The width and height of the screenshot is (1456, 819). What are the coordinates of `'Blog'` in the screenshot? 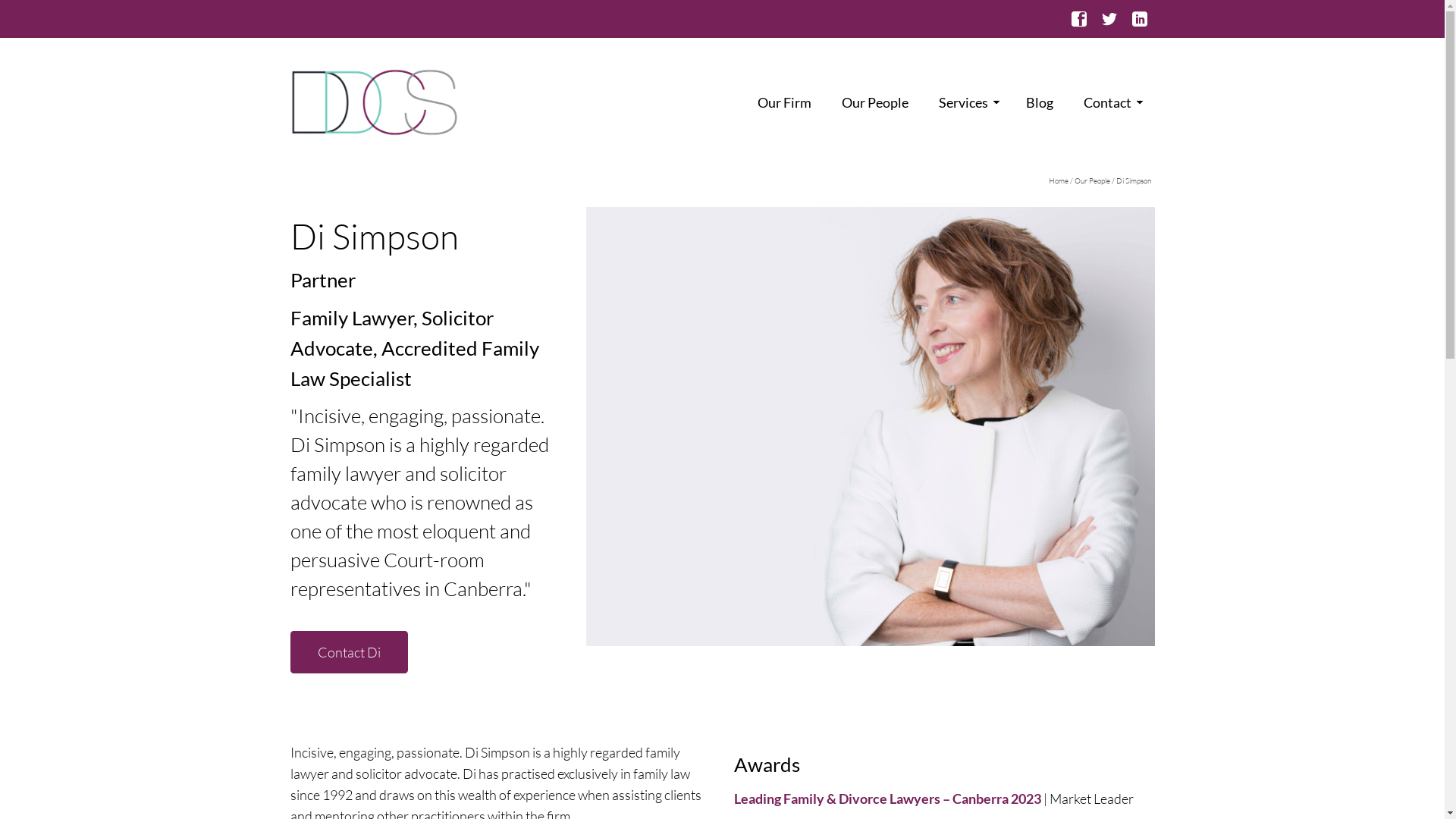 It's located at (1039, 102).